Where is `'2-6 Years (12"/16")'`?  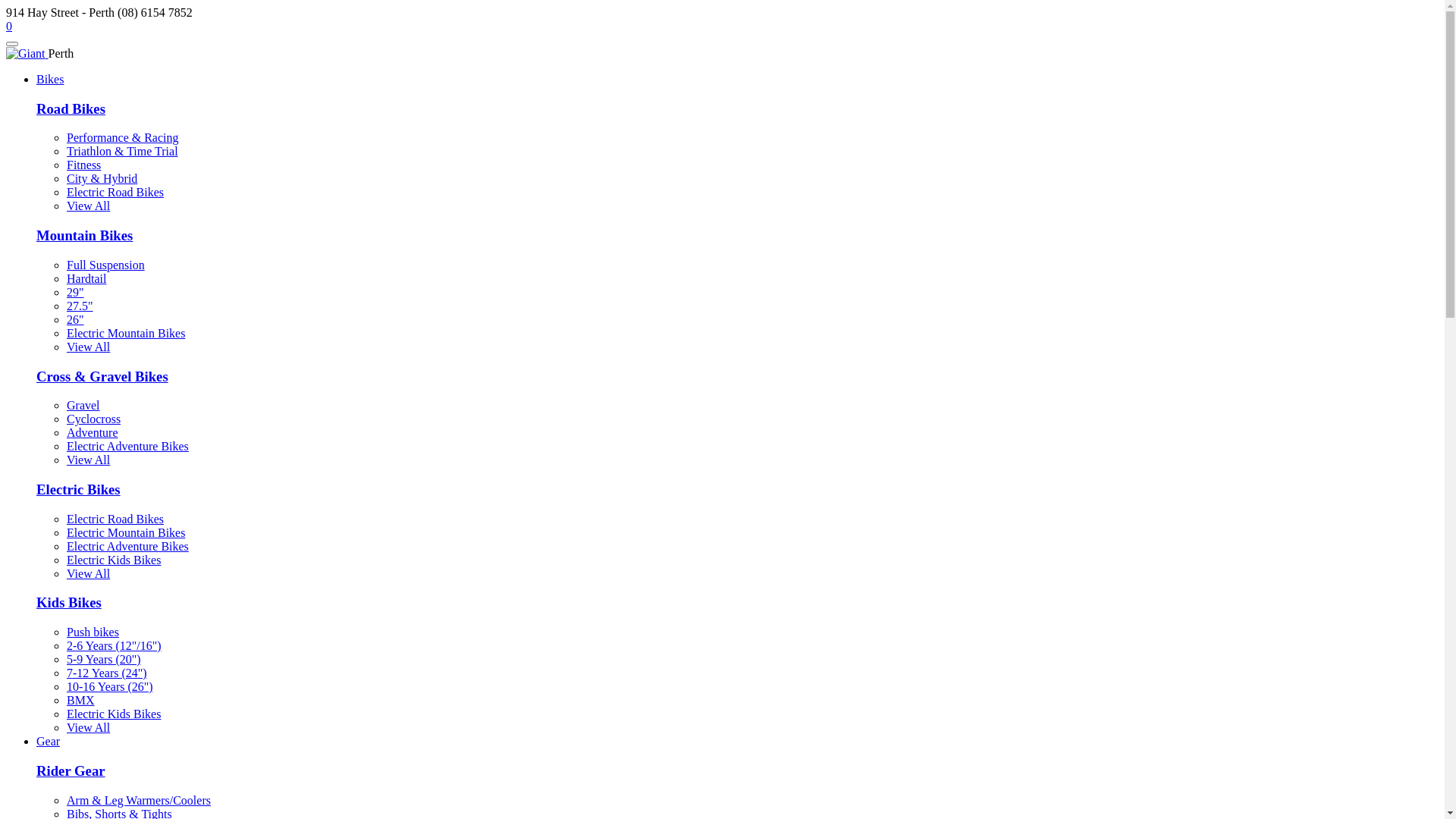 '2-6 Years (12"/16")' is located at coordinates (113, 645).